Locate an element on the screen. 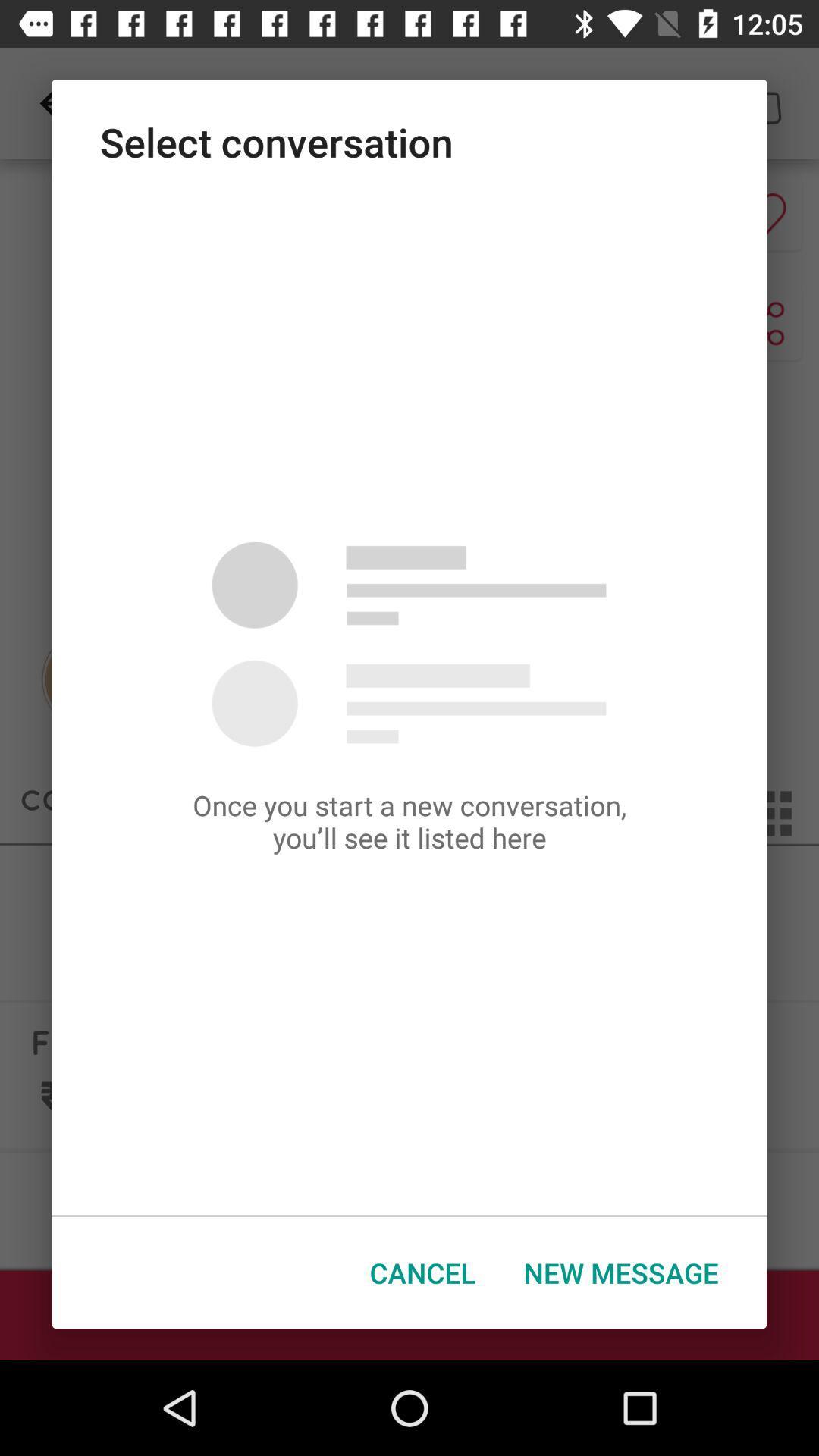 This screenshot has width=819, height=1456. new message icon is located at coordinates (621, 1272).